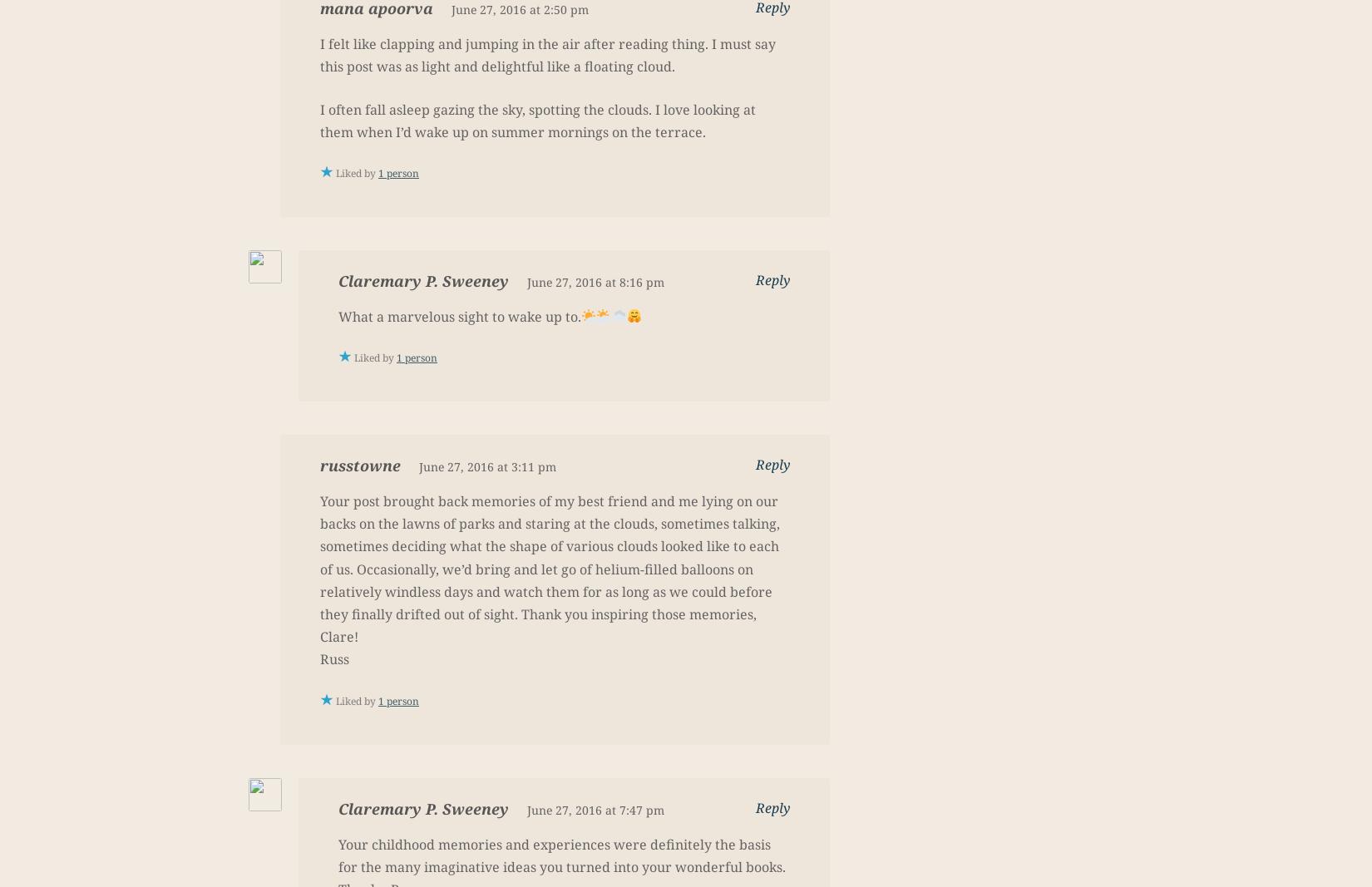 The height and width of the screenshot is (887, 1372). I want to click on 'russtowne', so click(359, 465).